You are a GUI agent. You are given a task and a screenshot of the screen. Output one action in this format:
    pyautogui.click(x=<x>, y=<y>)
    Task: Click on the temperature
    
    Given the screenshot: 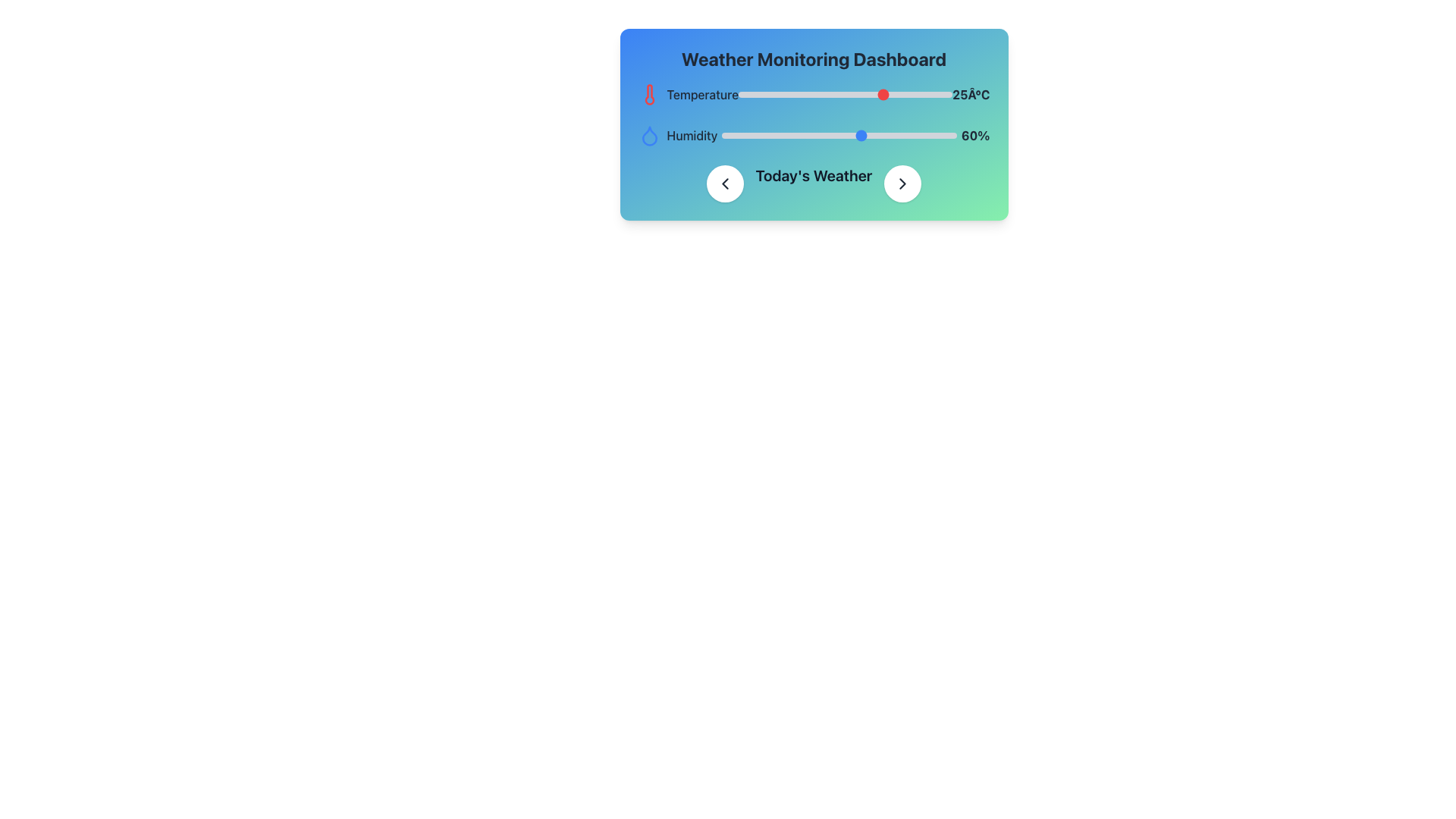 What is the action you would take?
    pyautogui.click(x=869, y=94)
    